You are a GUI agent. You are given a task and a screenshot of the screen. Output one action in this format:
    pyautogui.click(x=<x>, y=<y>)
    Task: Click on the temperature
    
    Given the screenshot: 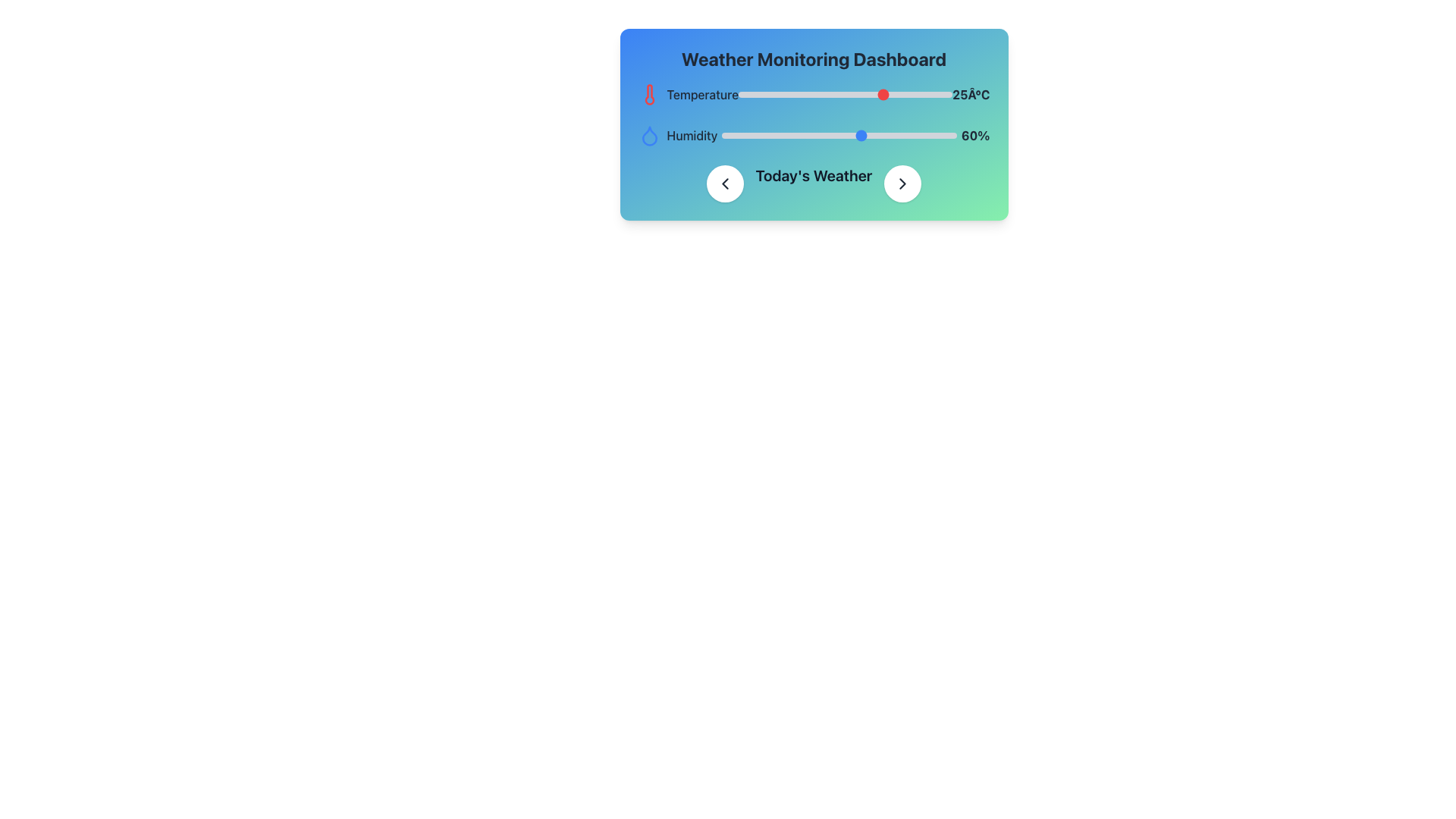 What is the action you would take?
    pyautogui.click(x=869, y=94)
    